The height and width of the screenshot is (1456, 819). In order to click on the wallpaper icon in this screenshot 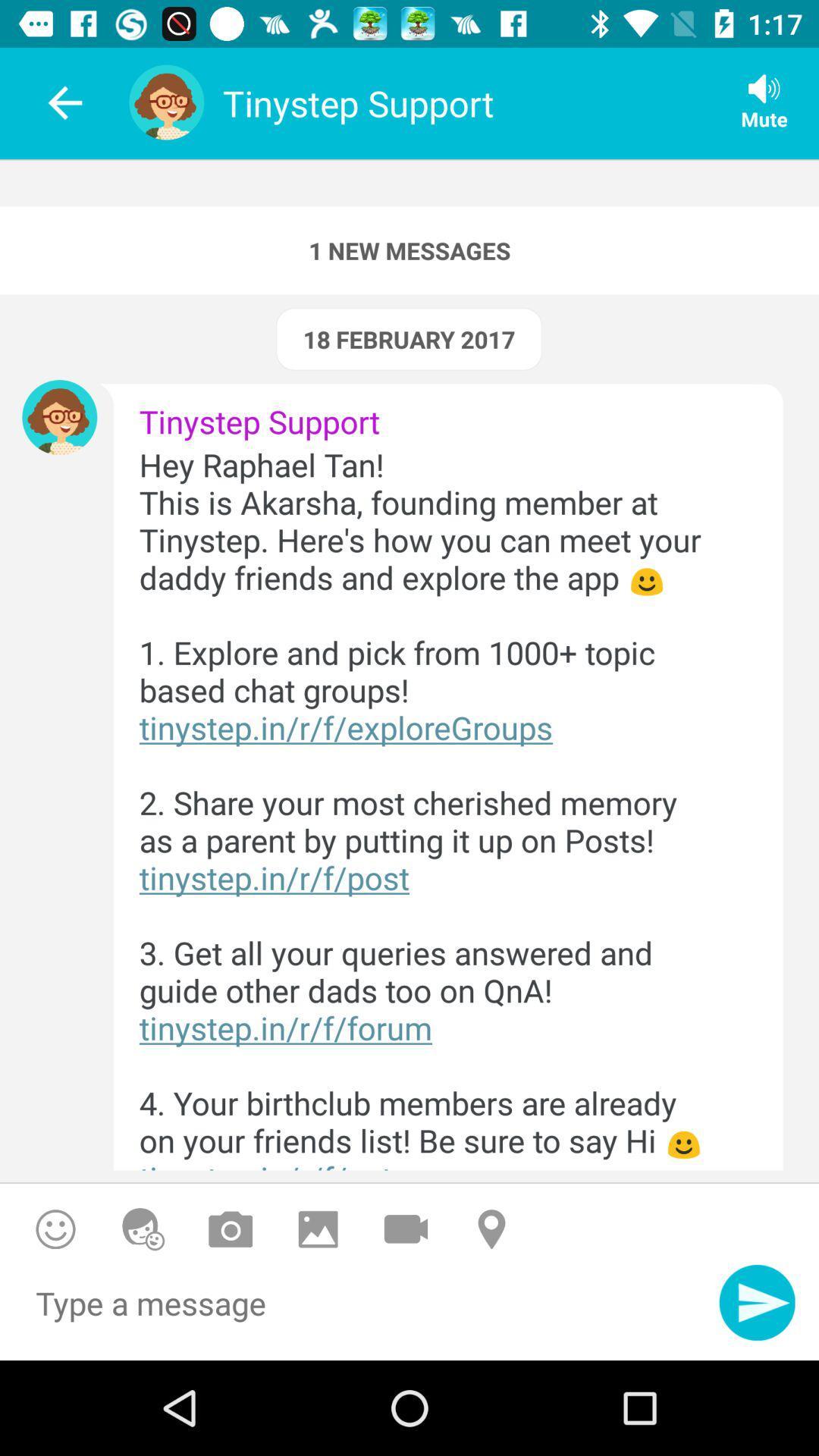, I will do `click(318, 1229)`.